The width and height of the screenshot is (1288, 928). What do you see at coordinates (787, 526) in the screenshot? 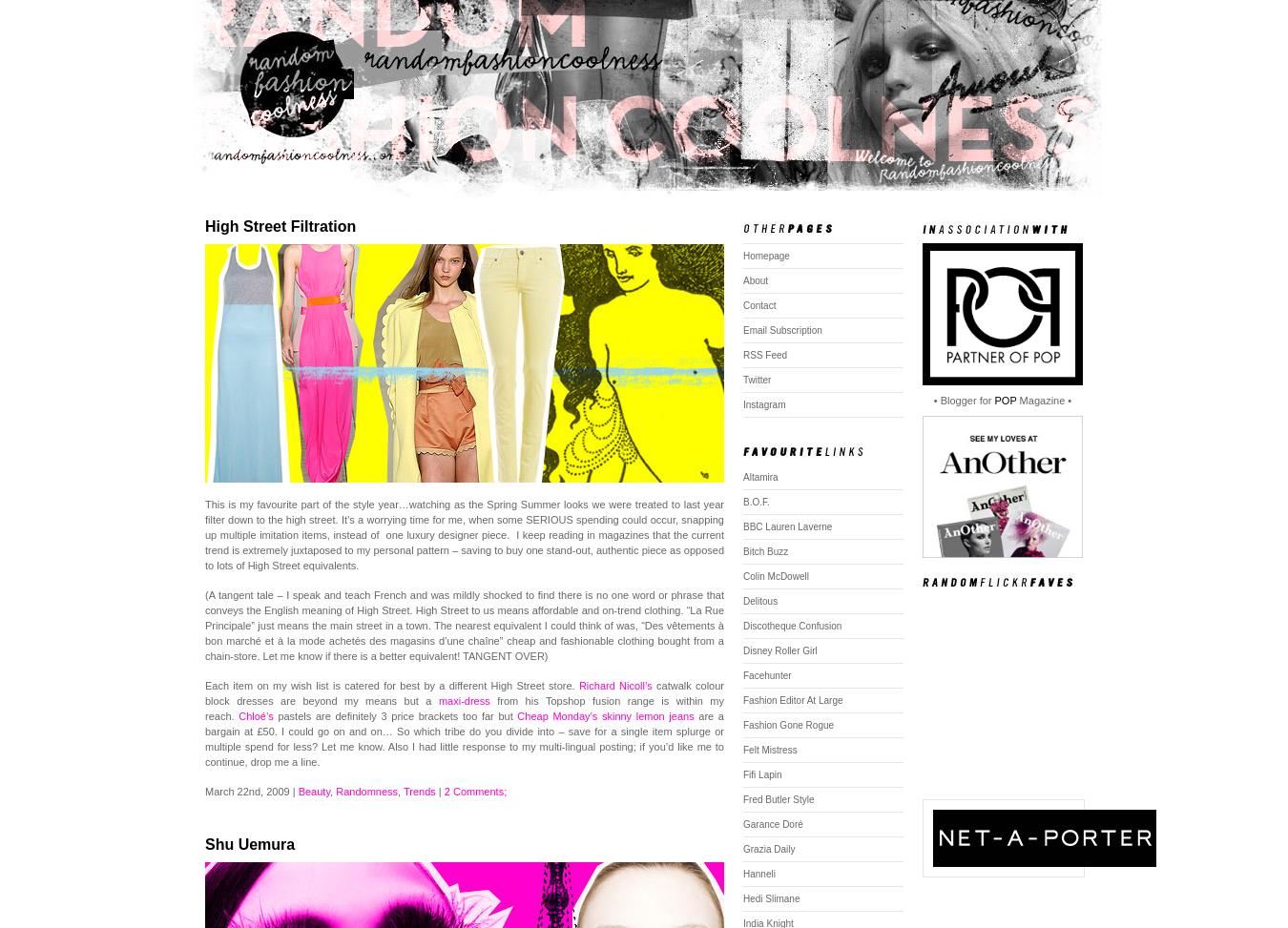
I see `'BBC Lauren Laverne'` at bounding box center [787, 526].